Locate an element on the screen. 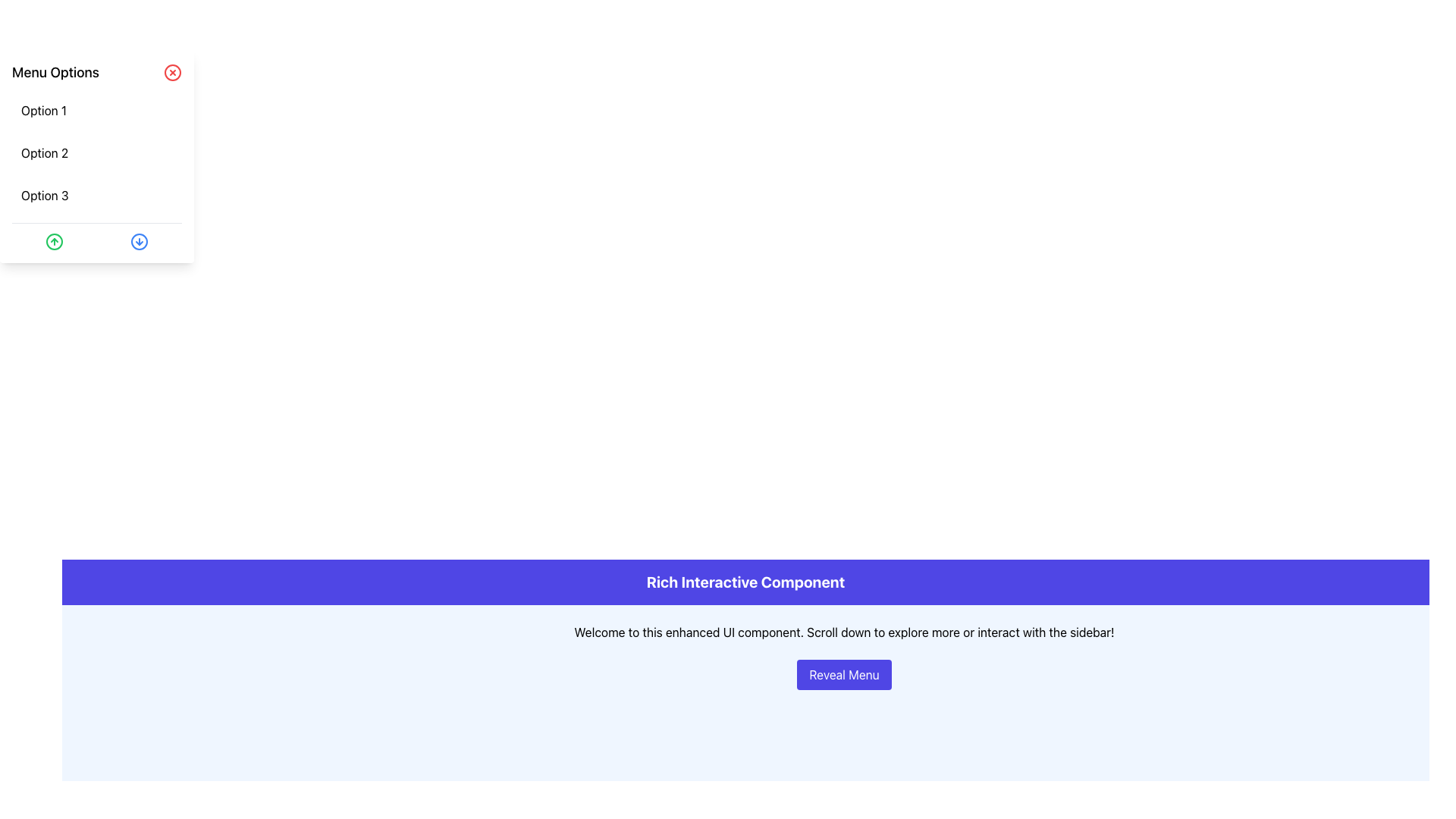  the circular blue button with a downward arrow icon located at the bottom of the menu card, which is the second icon to the right of a green upward arrow icon is located at coordinates (139, 241).